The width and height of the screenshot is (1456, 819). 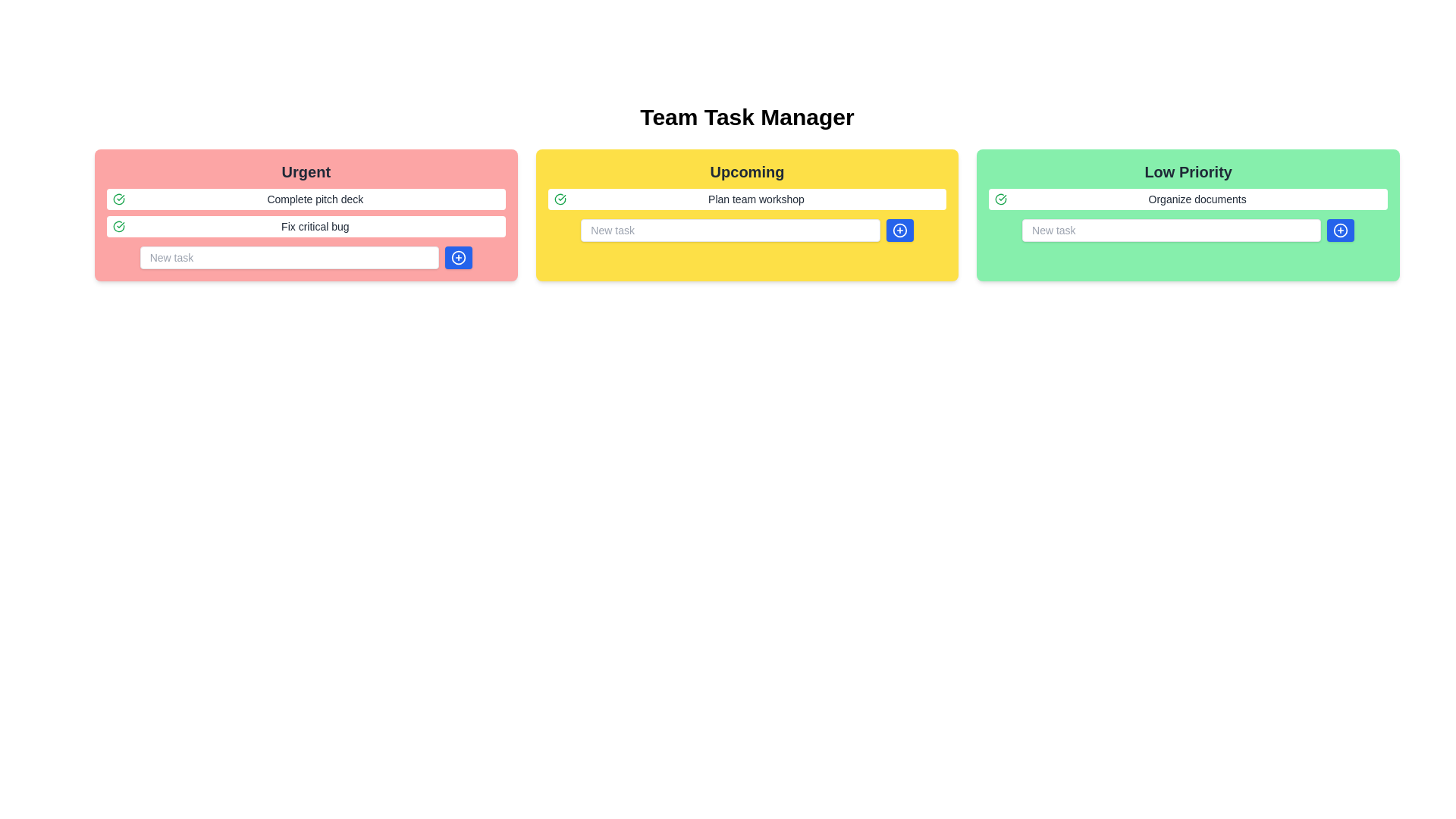 What do you see at coordinates (118, 198) in the screenshot?
I see `the green circular check mark icon that indicates the completion status of the 'Complete pitch deck' task in the Urgent task section` at bounding box center [118, 198].